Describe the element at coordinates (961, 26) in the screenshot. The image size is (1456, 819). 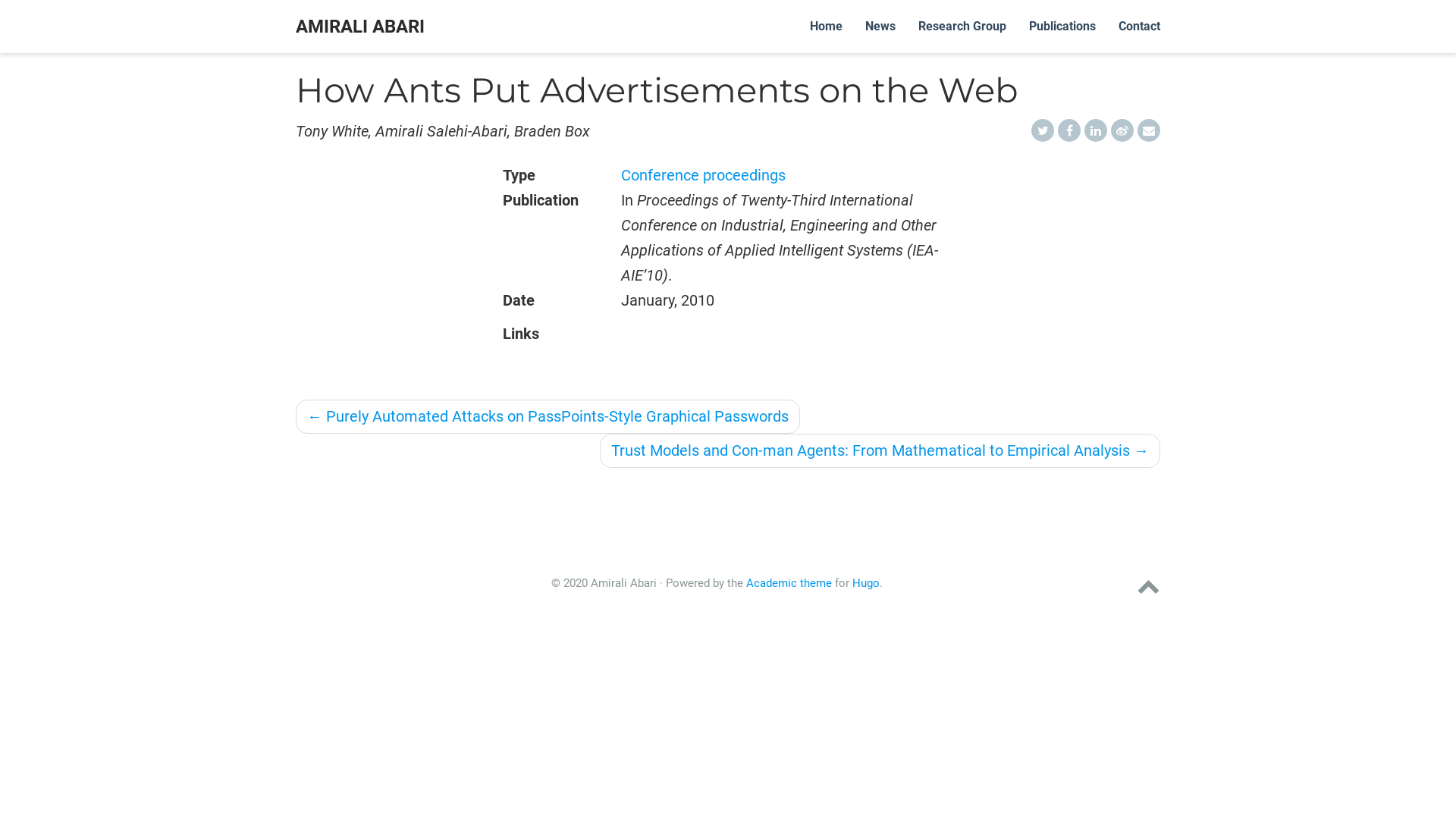
I see `'Research Group'` at that location.